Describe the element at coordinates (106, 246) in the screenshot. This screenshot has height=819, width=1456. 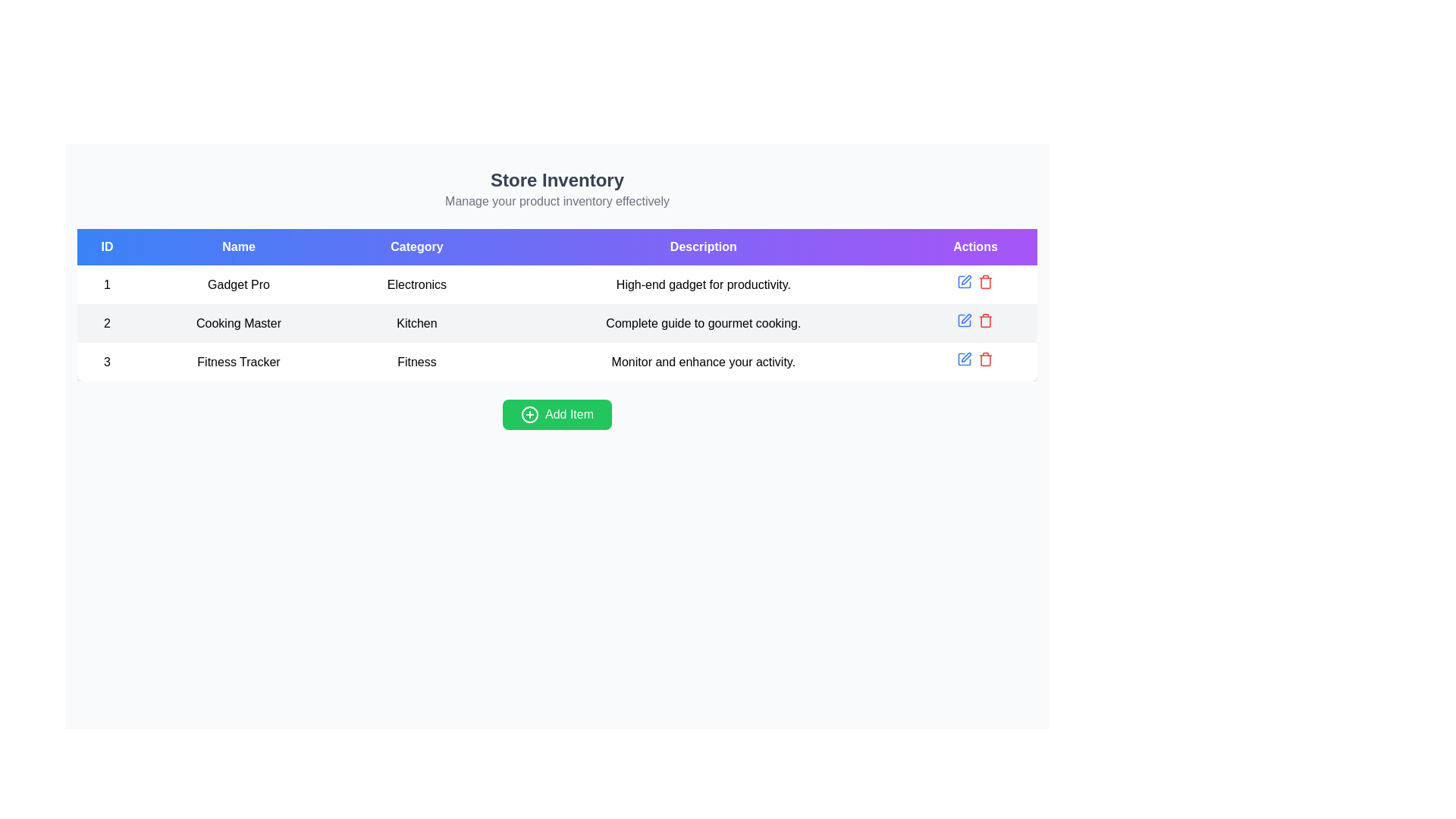
I see `the static text element that serves as a column header for identifiers, located as the first item in a row of table headers` at that location.